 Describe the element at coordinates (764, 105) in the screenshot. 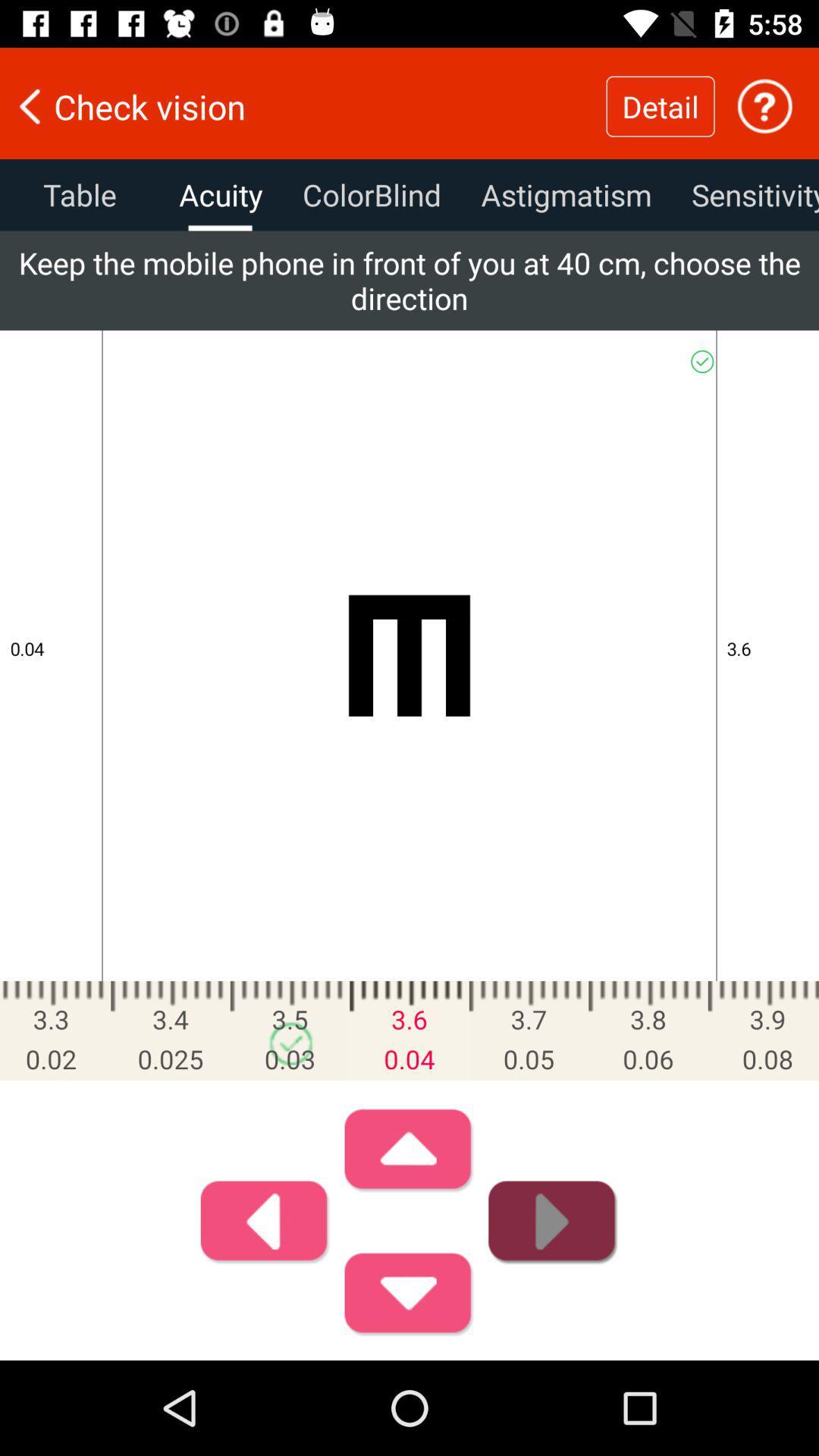

I see `open help` at that location.